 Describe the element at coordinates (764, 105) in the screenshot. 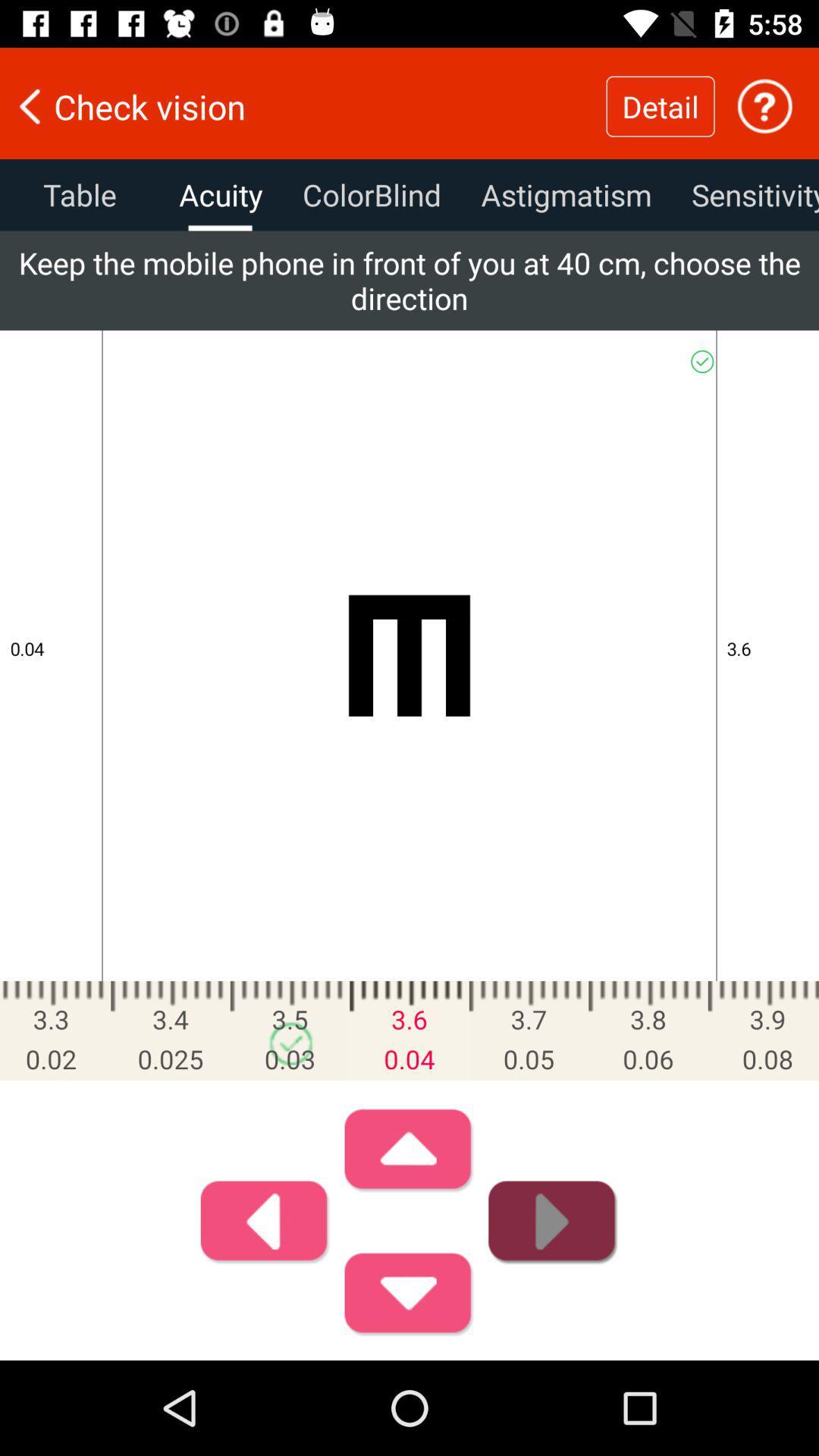

I see `open help` at that location.